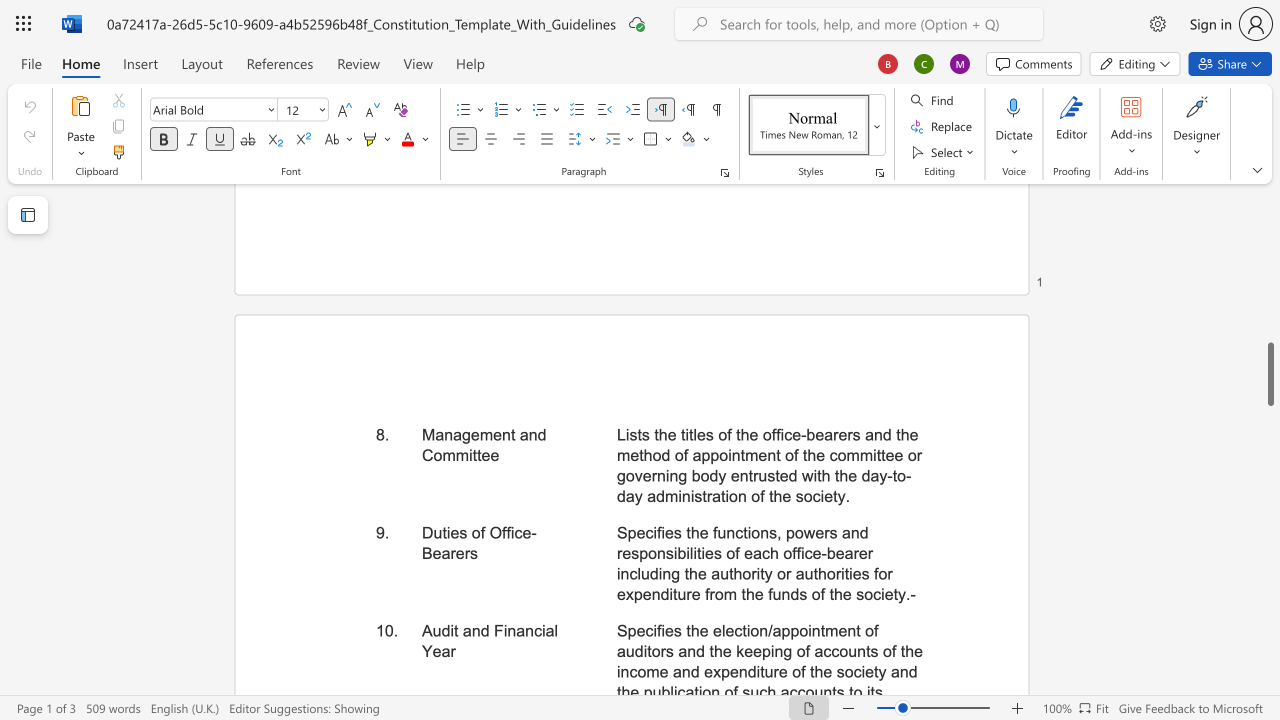  What do you see at coordinates (1269, 270) in the screenshot?
I see `the side scrollbar to bring the page up` at bounding box center [1269, 270].